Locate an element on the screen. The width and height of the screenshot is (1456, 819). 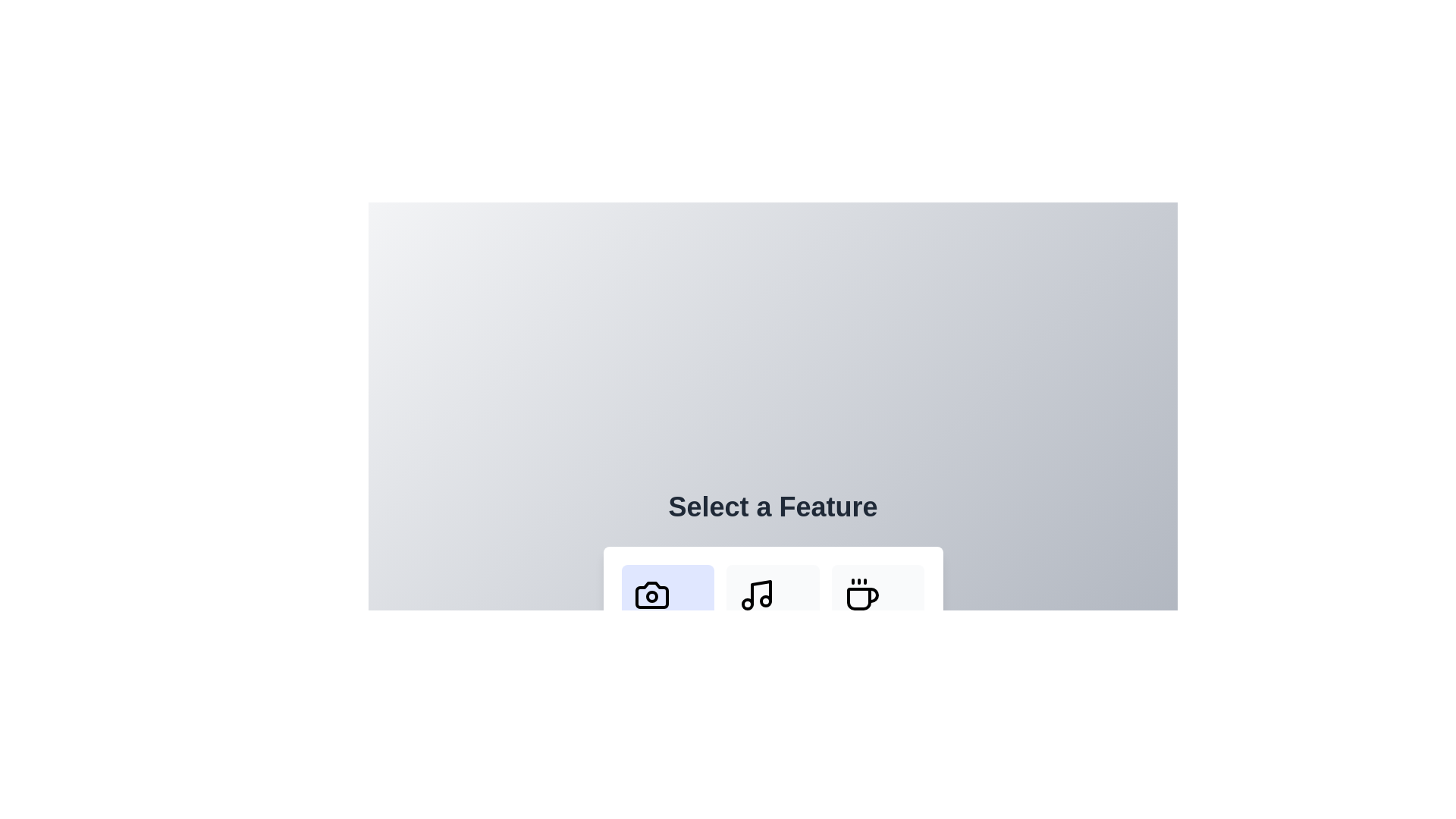
the leftmost button labeled 'Photography' that features a black camera icon above the text, highlighting it for interaction is located at coordinates (667, 607).